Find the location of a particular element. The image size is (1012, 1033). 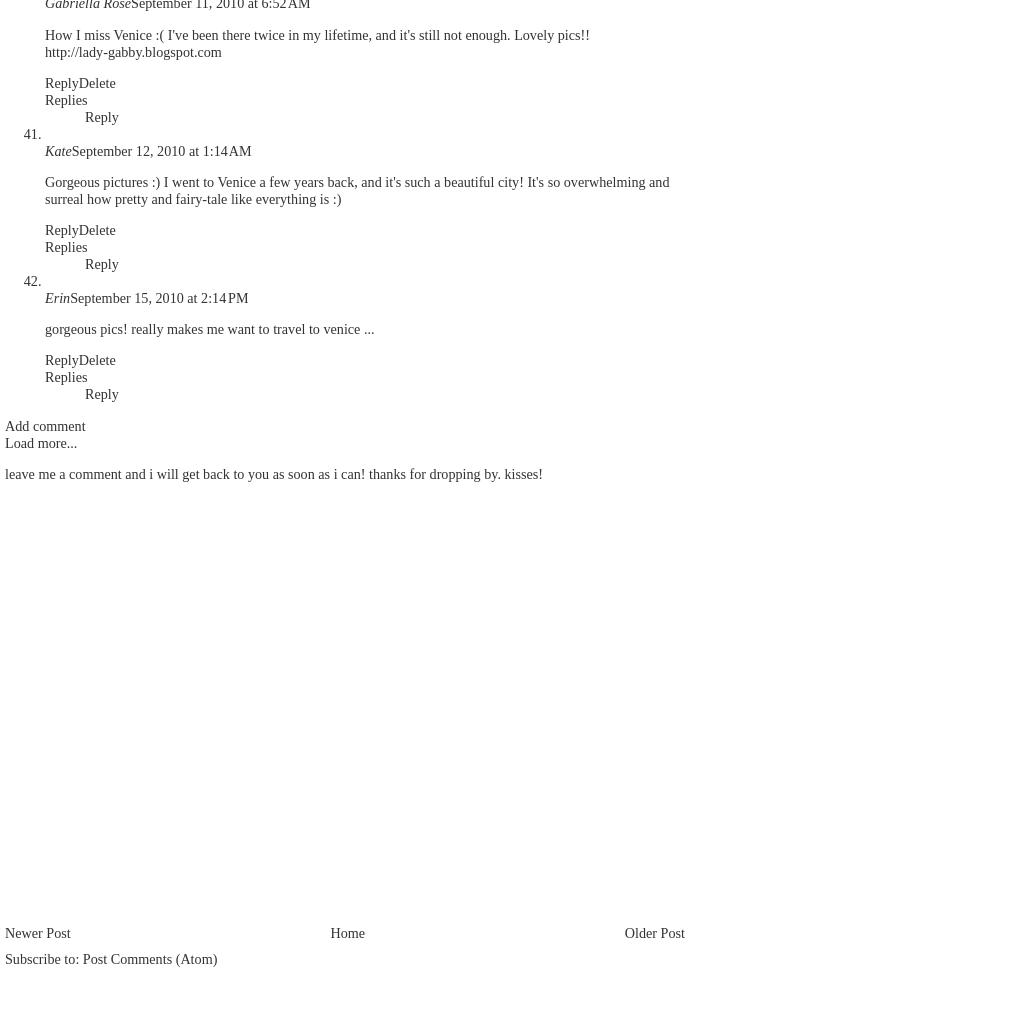

'Home' is located at coordinates (329, 932).